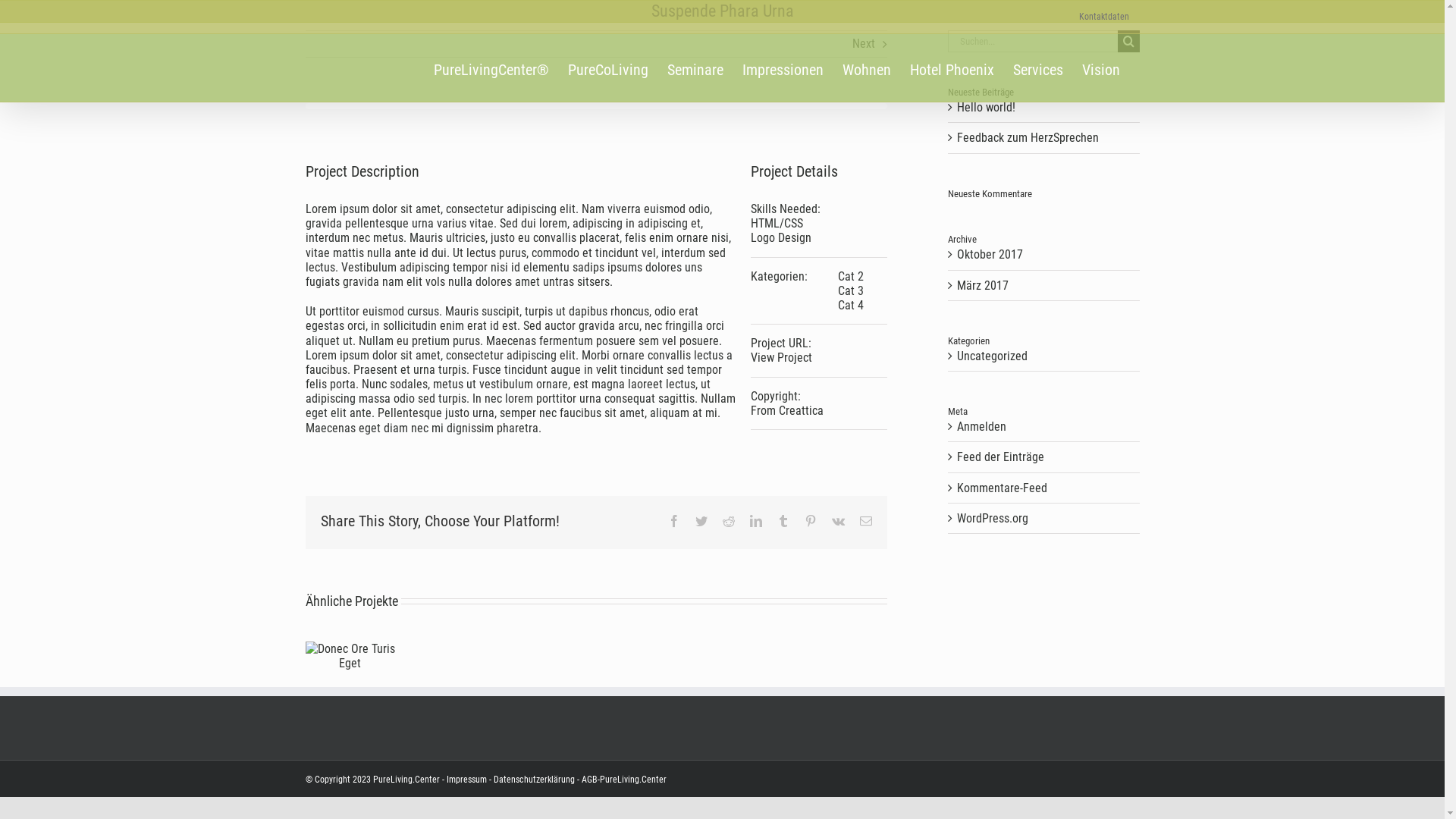 The width and height of the screenshot is (1456, 819). What do you see at coordinates (728, 519) in the screenshot?
I see `'Reddit'` at bounding box center [728, 519].